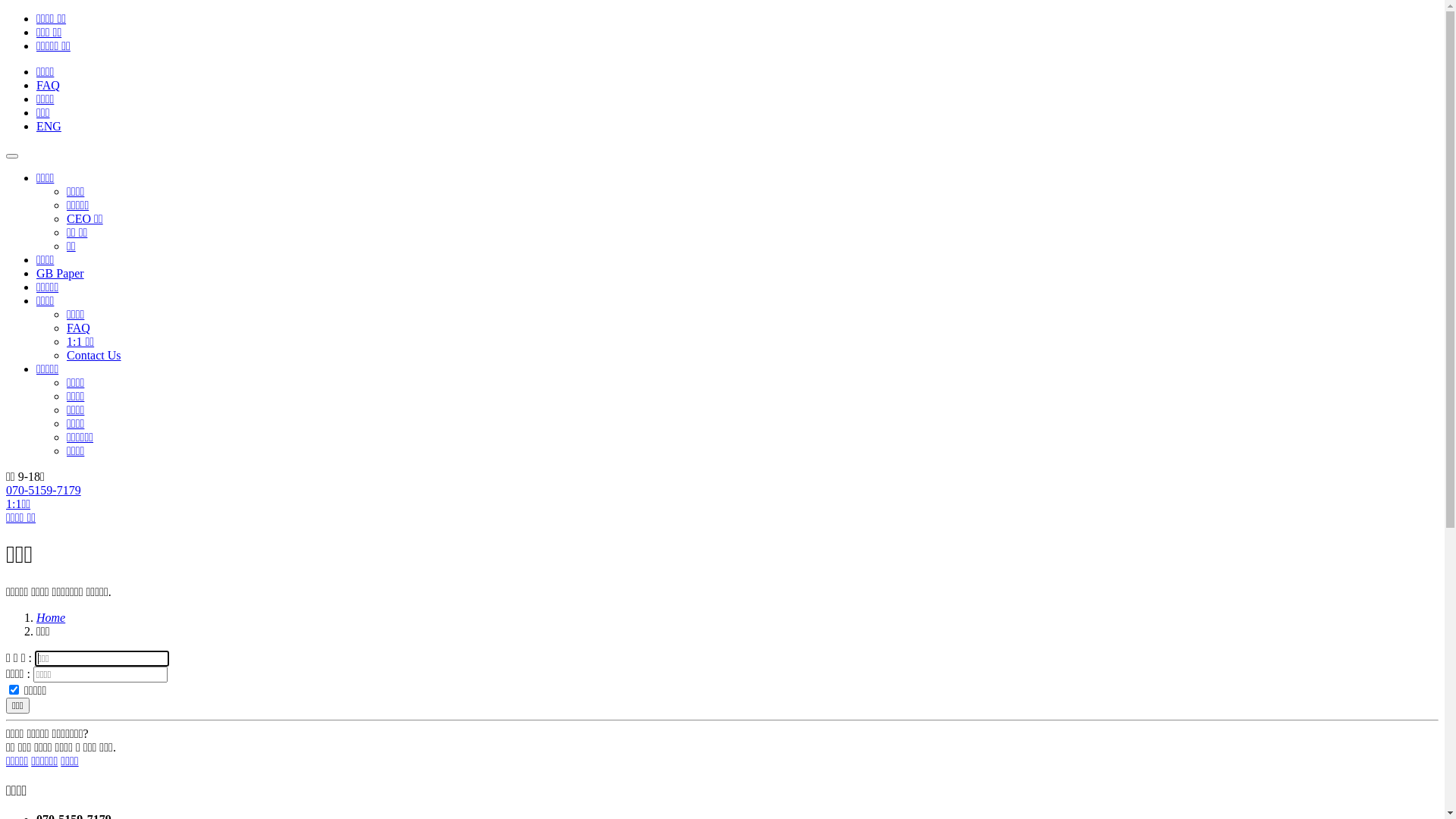 The image size is (1456, 819). What do you see at coordinates (49, 125) in the screenshot?
I see `'ENG'` at bounding box center [49, 125].